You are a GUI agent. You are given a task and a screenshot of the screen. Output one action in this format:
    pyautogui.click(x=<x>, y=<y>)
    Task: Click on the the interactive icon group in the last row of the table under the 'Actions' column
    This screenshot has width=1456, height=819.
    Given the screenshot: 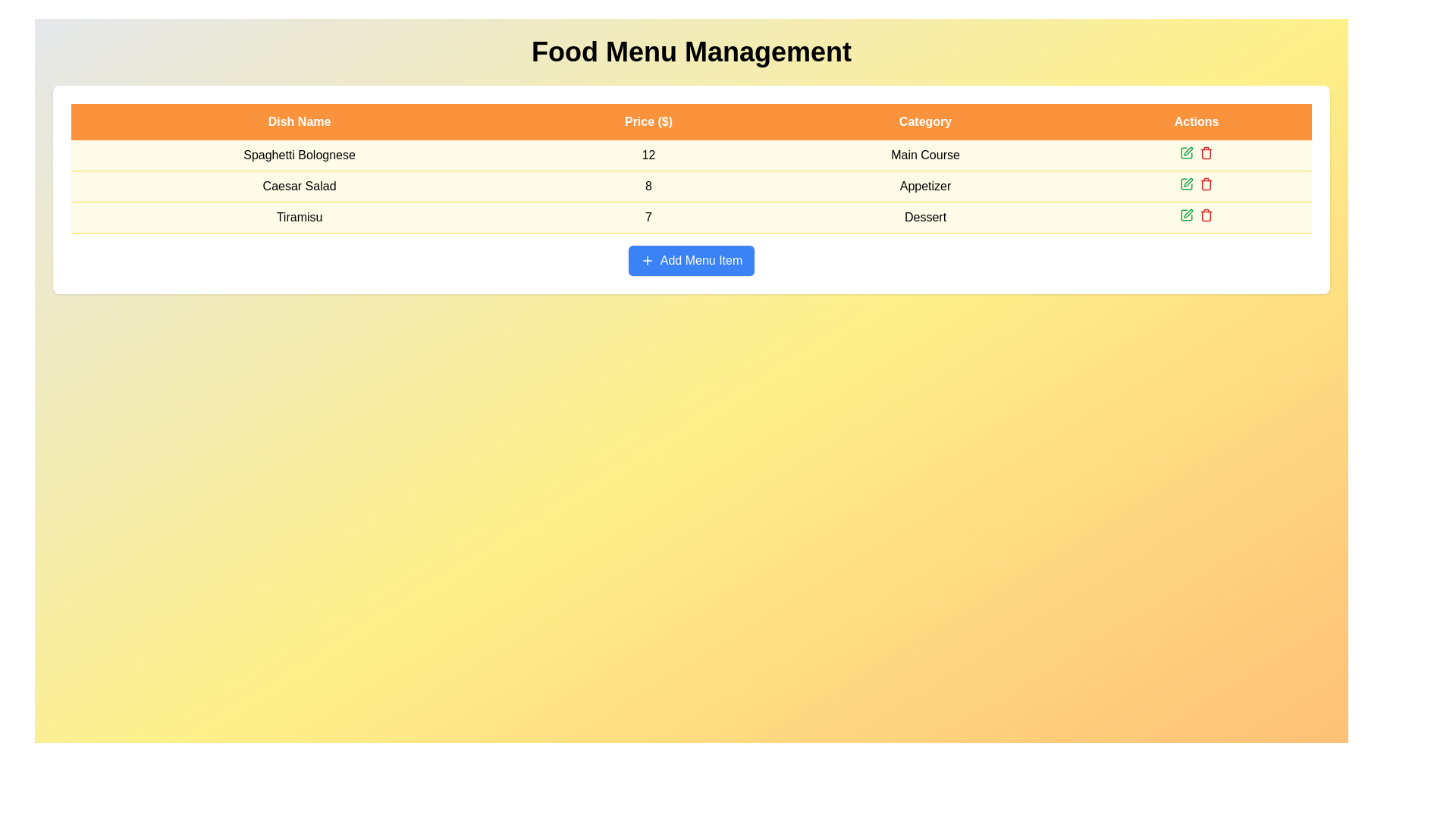 What is the action you would take?
    pyautogui.click(x=1196, y=215)
    